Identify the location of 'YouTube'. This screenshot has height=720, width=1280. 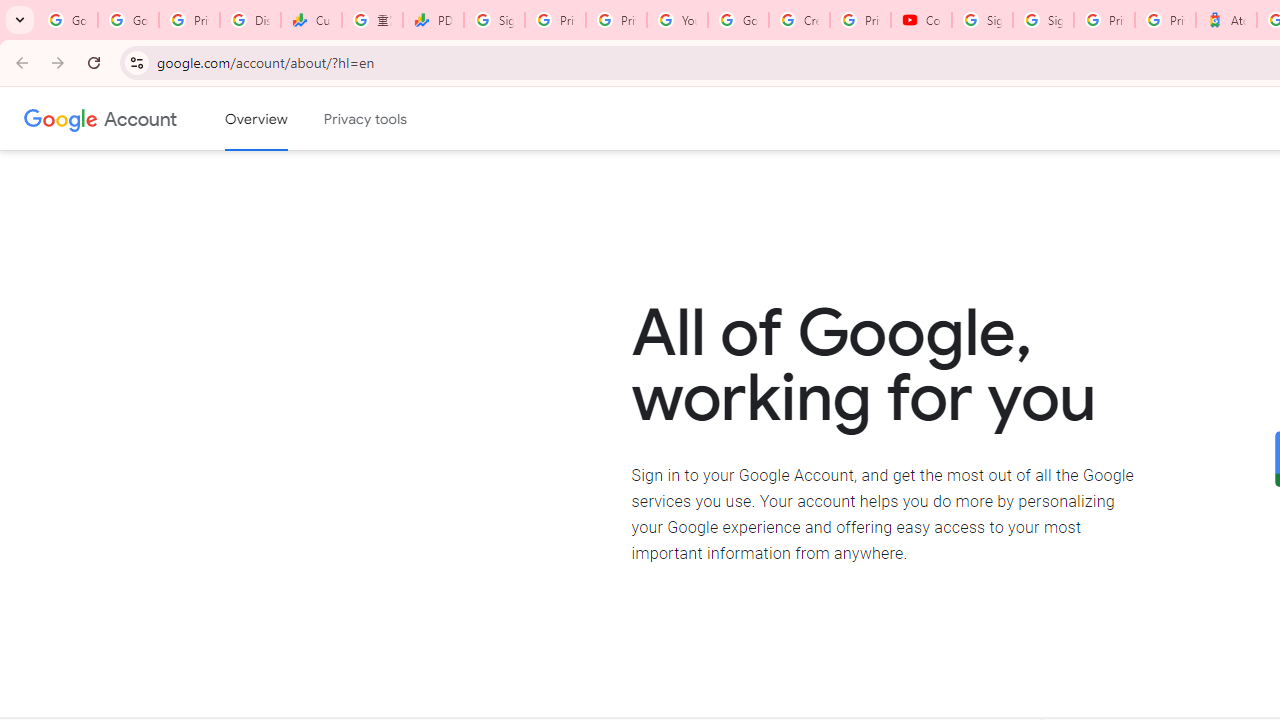
(677, 20).